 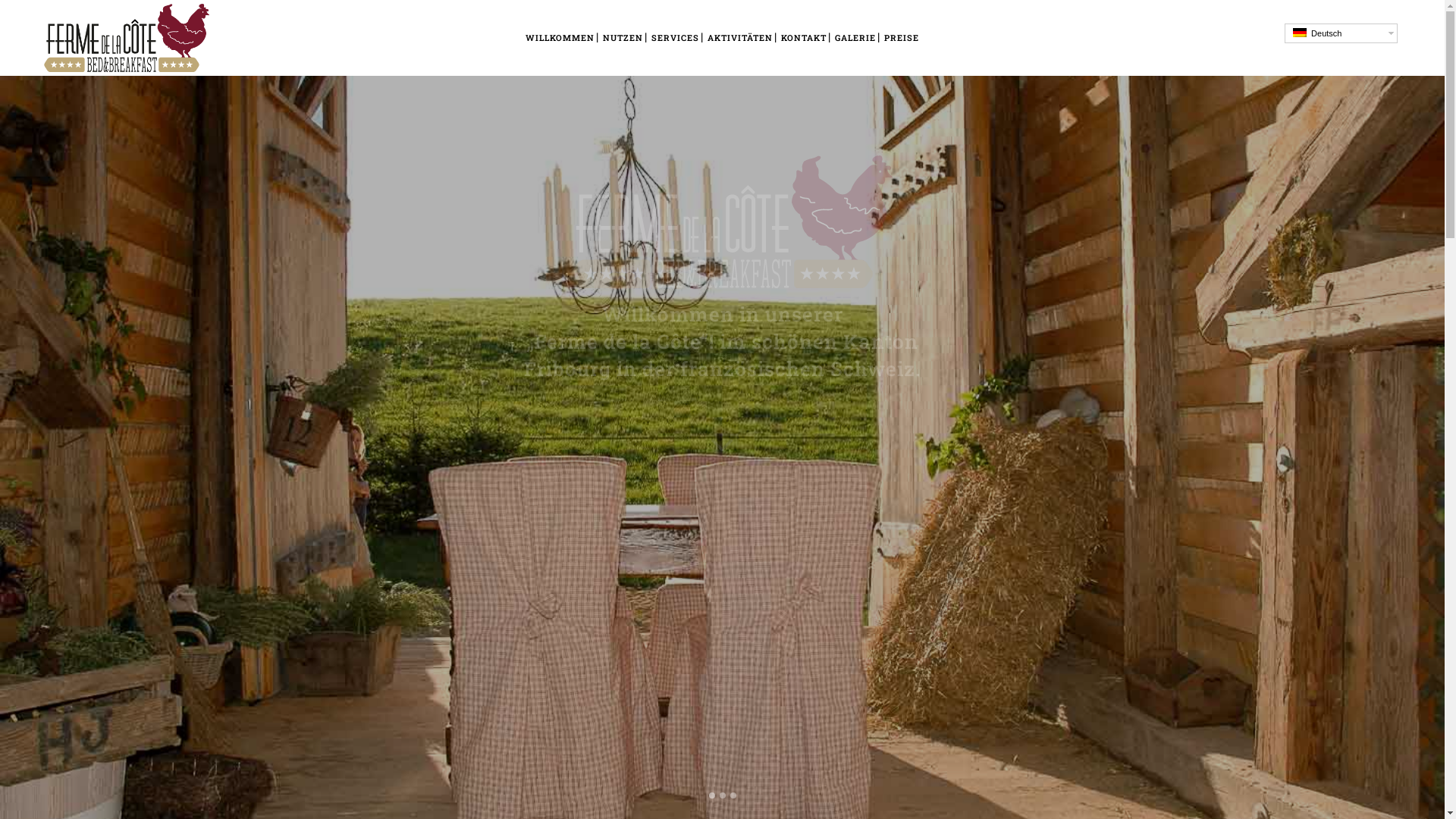 What do you see at coordinates (674, 37) in the screenshot?
I see `'SERVICES'` at bounding box center [674, 37].